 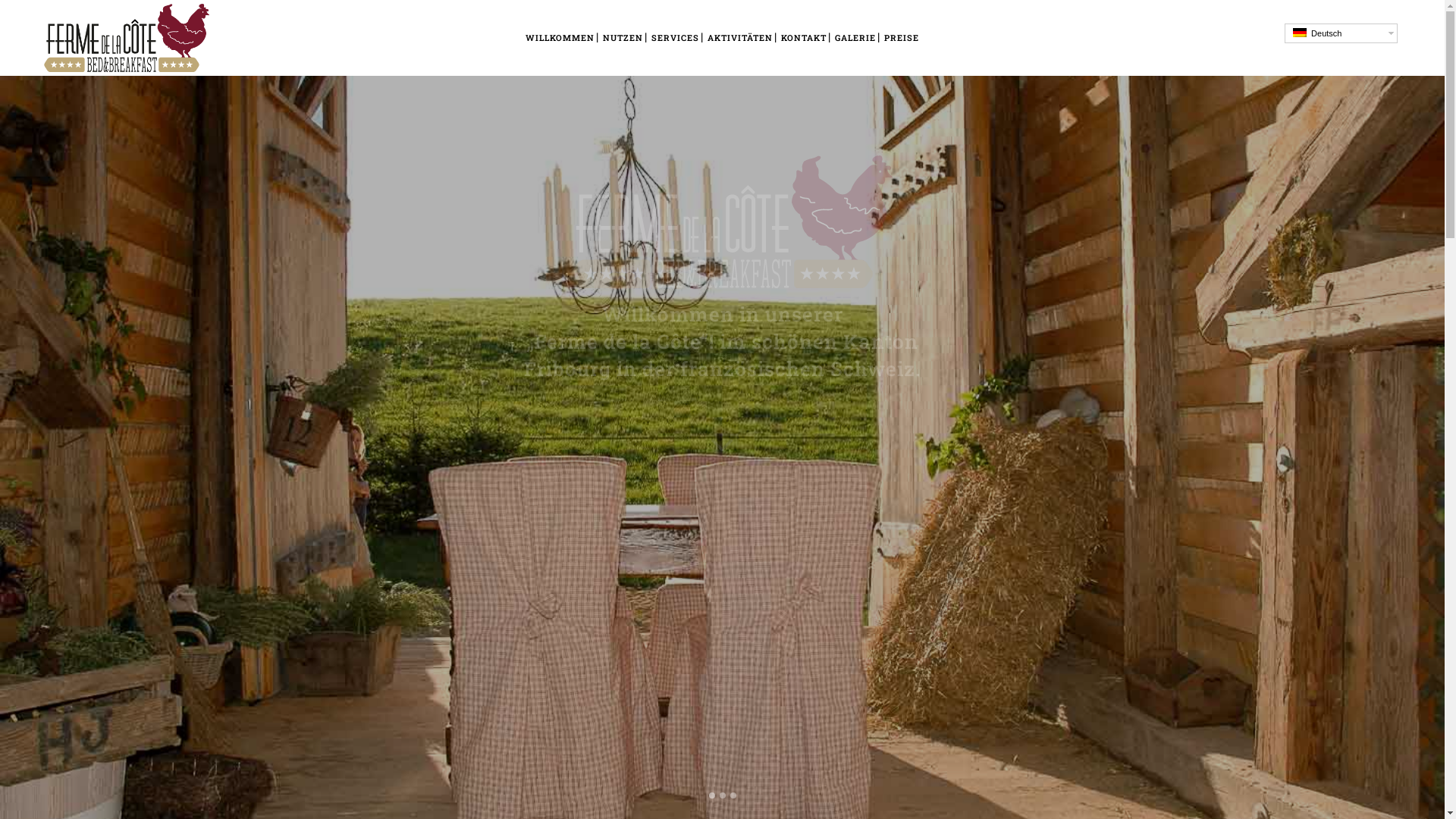 What do you see at coordinates (674, 37) in the screenshot?
I see `'SERVICES'` at bounding box center [674, 37].